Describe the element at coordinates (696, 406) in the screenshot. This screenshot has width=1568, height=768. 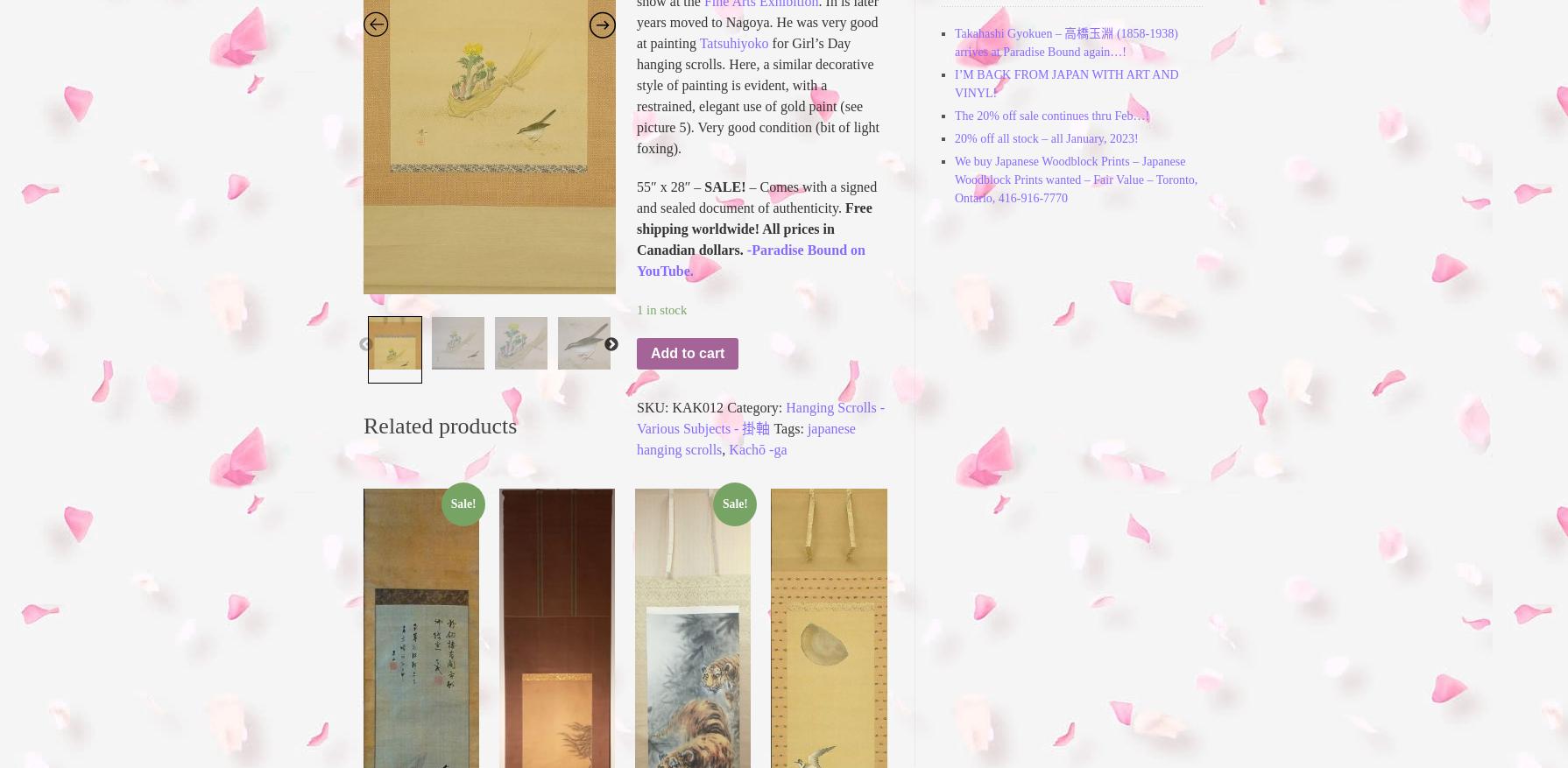
I see `'KAK012'` at that location.